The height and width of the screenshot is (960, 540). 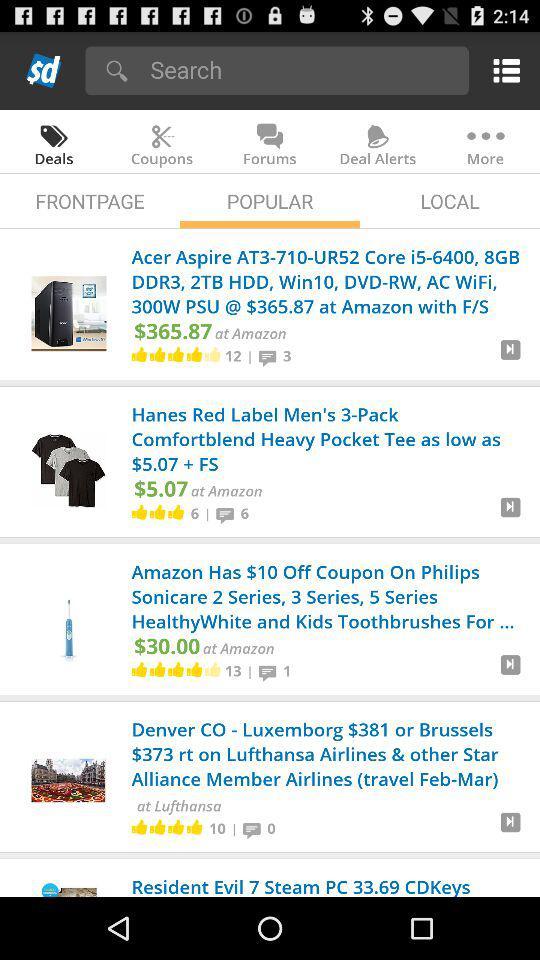 What do you see at coordinates (270, 201) in the screenshot?
I see `popular item` at bounding box center [270, 201].